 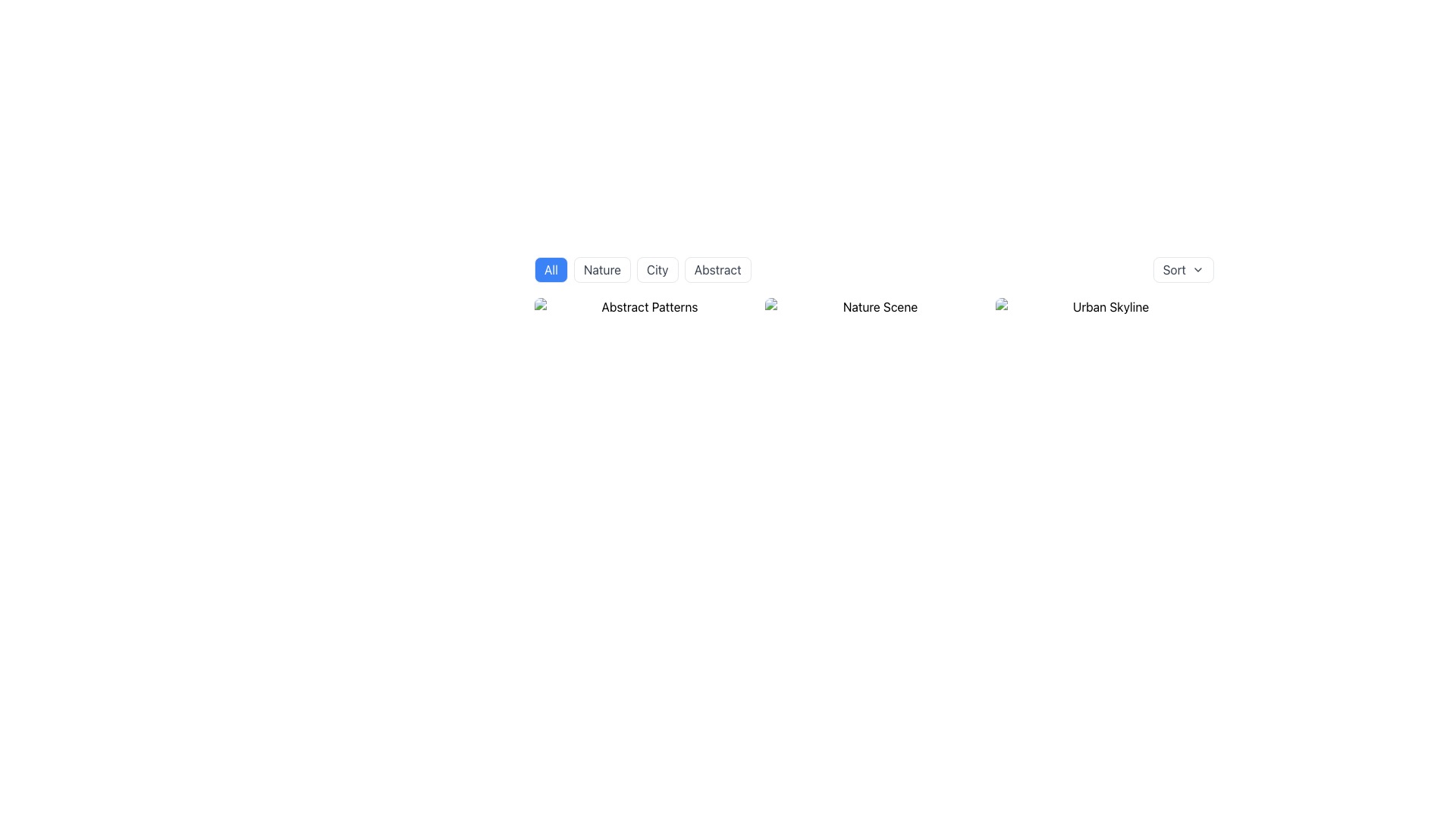 I want to click on the sorting button, so click(x=1182, y=268).